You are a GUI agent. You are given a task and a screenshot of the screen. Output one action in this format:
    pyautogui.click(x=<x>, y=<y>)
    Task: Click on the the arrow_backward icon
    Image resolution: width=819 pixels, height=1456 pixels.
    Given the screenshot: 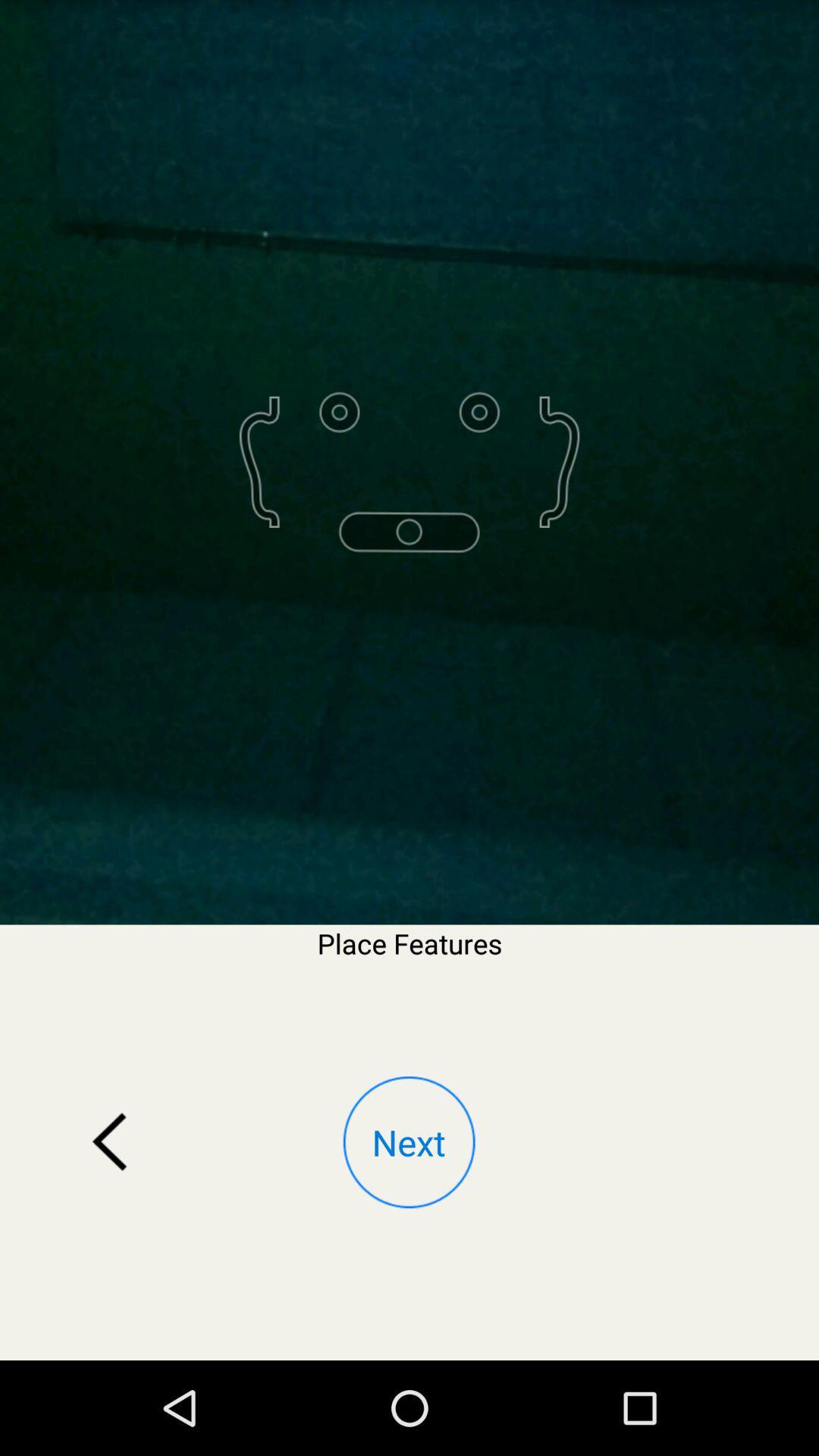 What is the action you would take?
    pyautogui.click(x=109, y=1222)
    